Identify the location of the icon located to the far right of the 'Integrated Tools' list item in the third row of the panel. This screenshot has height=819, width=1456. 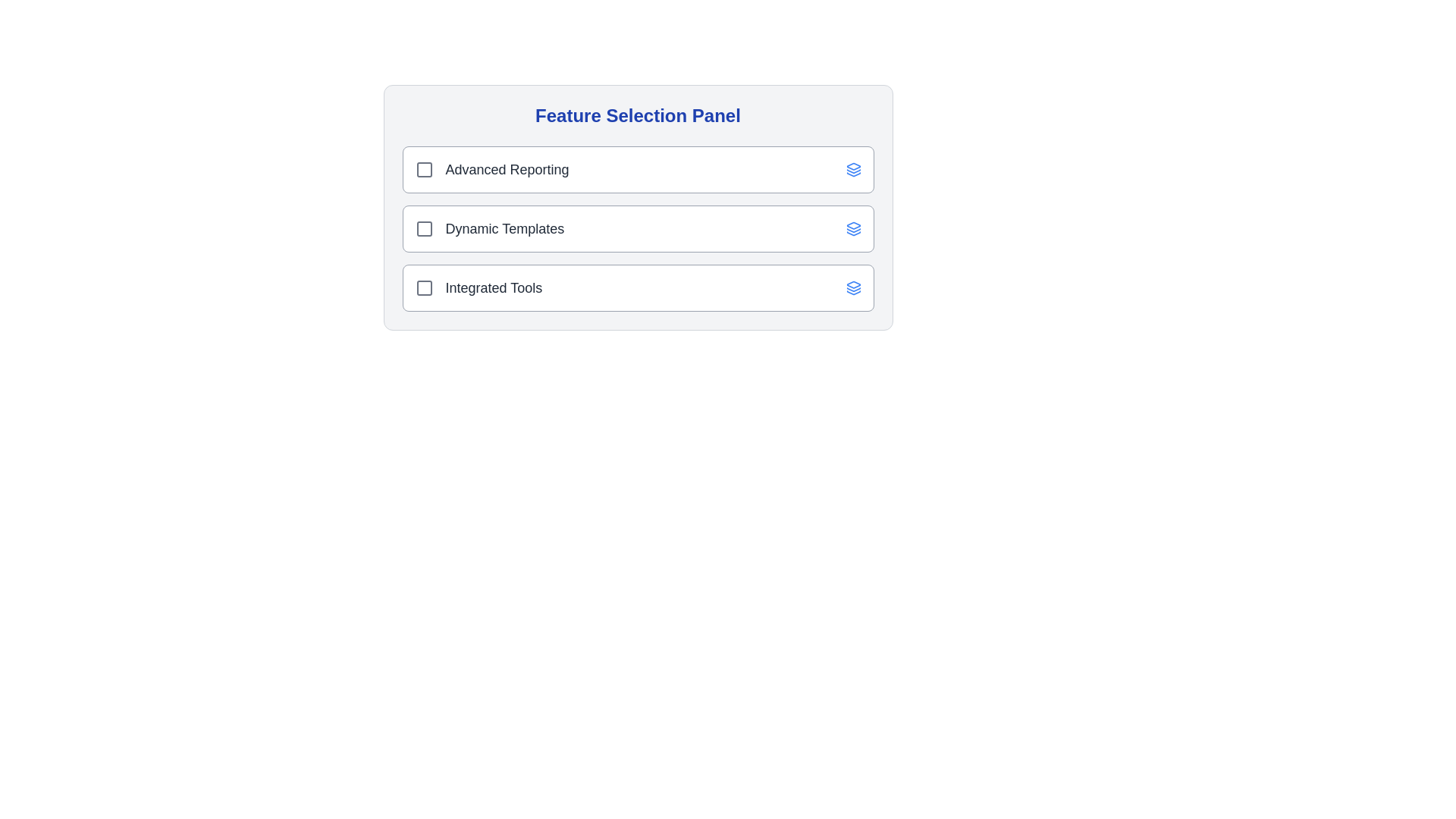
(853, 288).